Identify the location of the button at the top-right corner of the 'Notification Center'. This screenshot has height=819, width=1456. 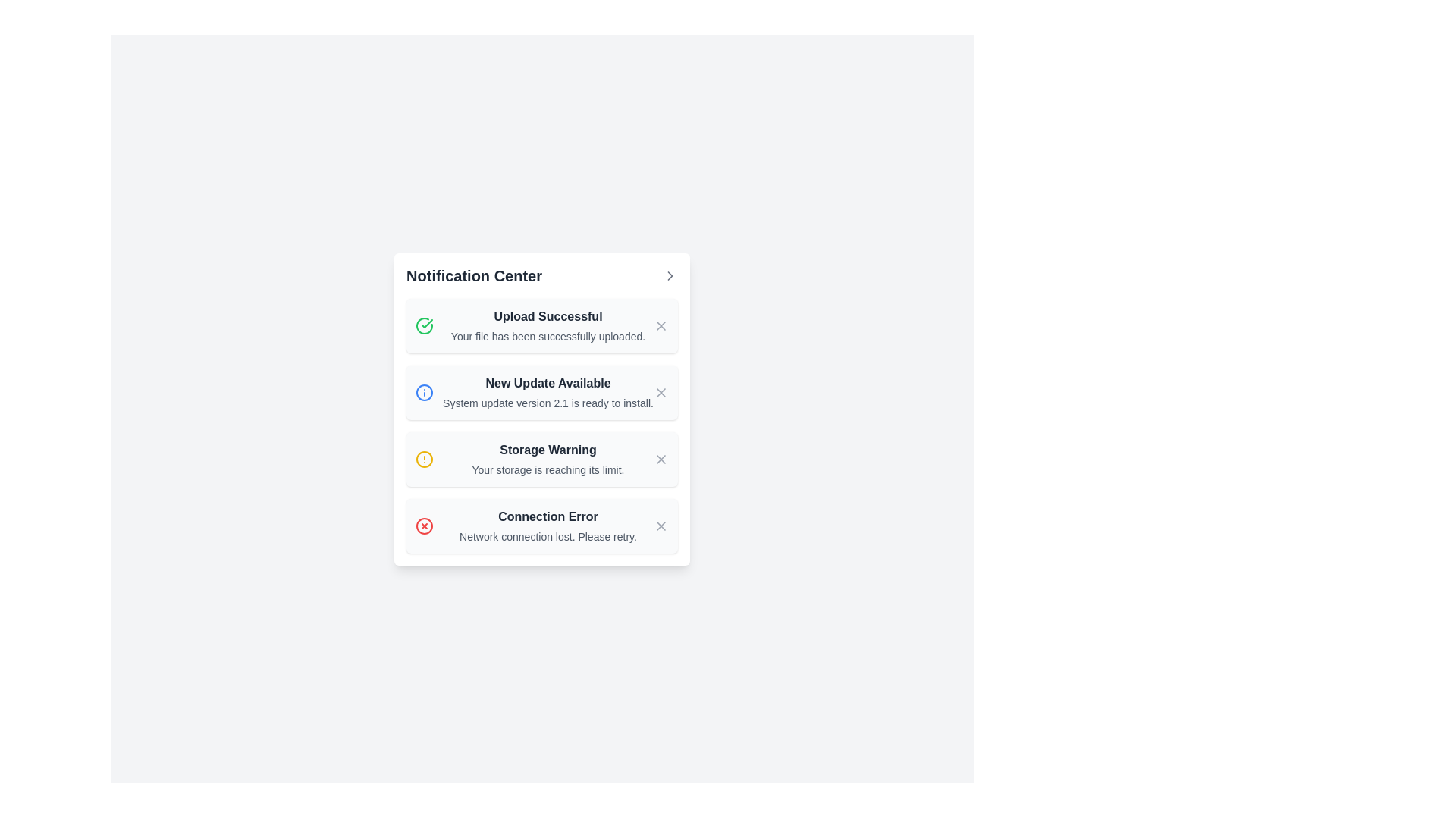
(669, 275).